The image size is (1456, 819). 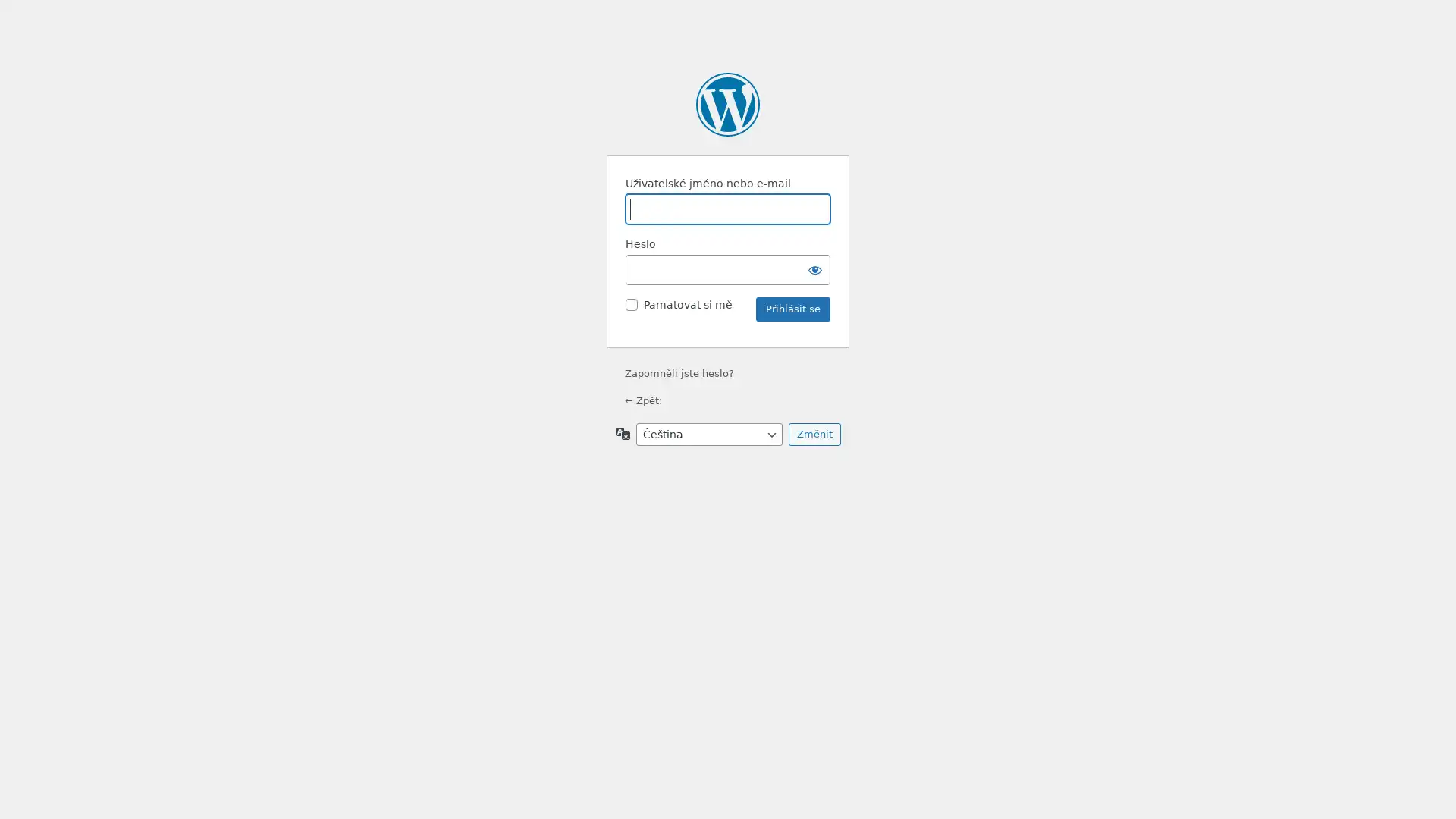 What do you see at coordinates (814, 268) in the screenshot?
I see `Zobrazit heslo` at bounding box center [814, 268].